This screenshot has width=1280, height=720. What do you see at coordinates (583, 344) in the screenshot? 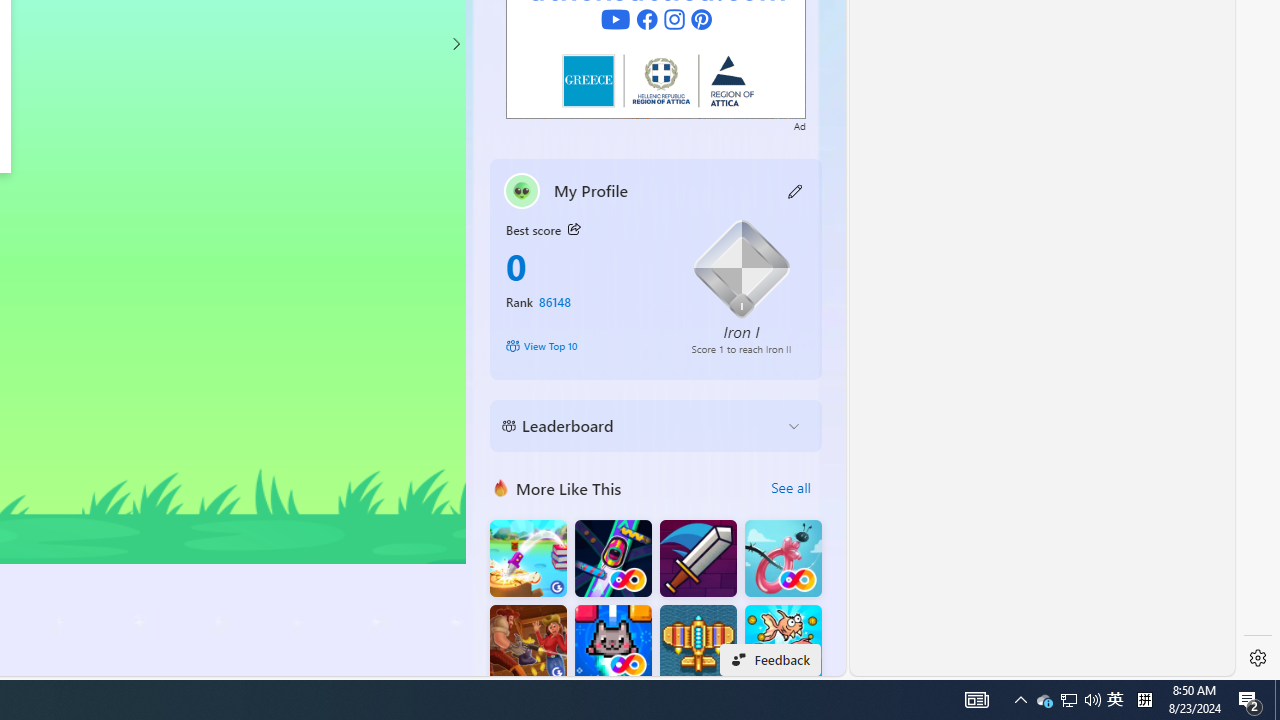
I see `'View Top 10'` at bounding box center [583, 344].